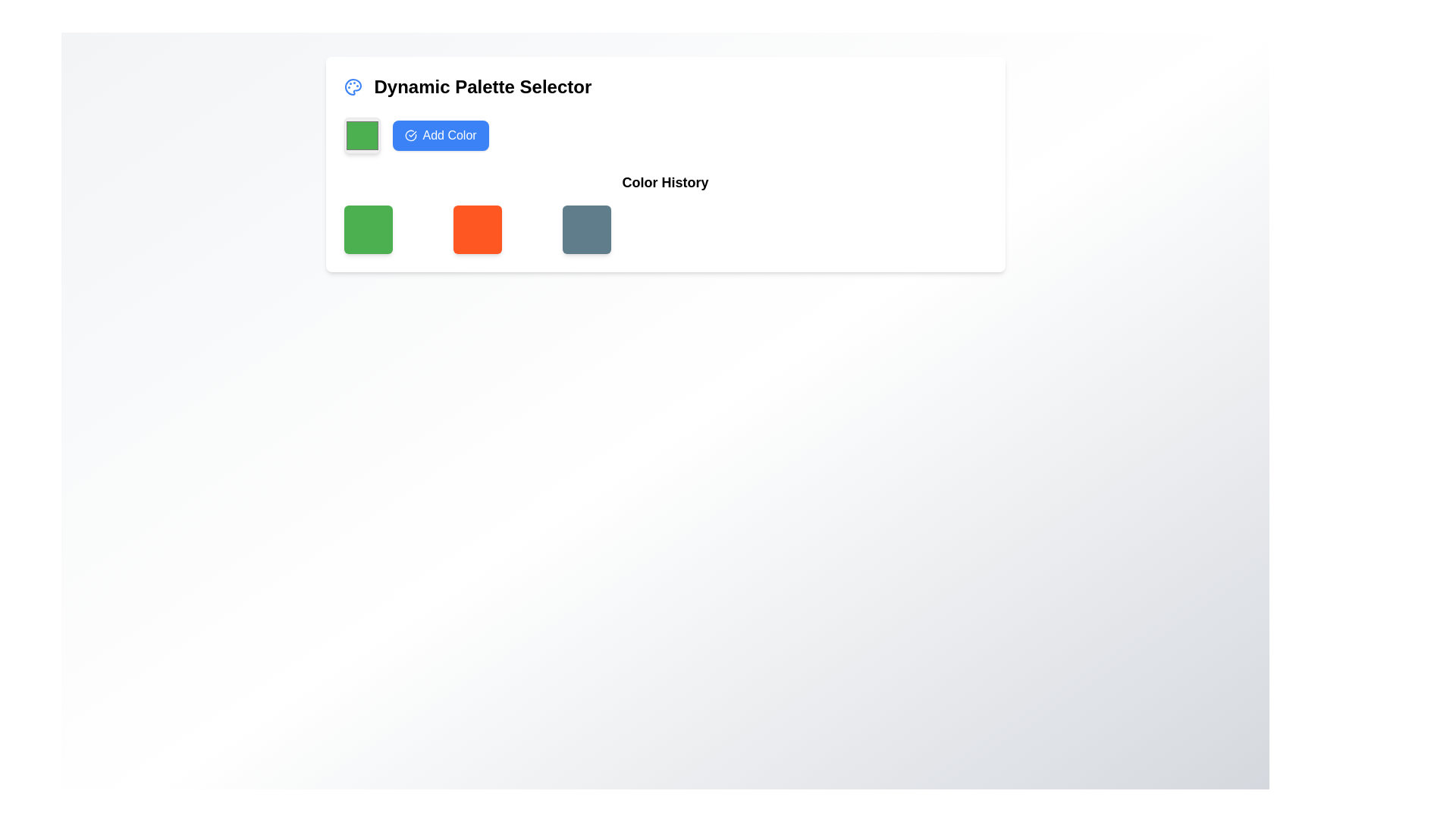 The image size is (1456, 819). I want to click on the confirmation icon for adding a color, located within the 'Add Color' button at the top-left of the interface, so click(410, 134).